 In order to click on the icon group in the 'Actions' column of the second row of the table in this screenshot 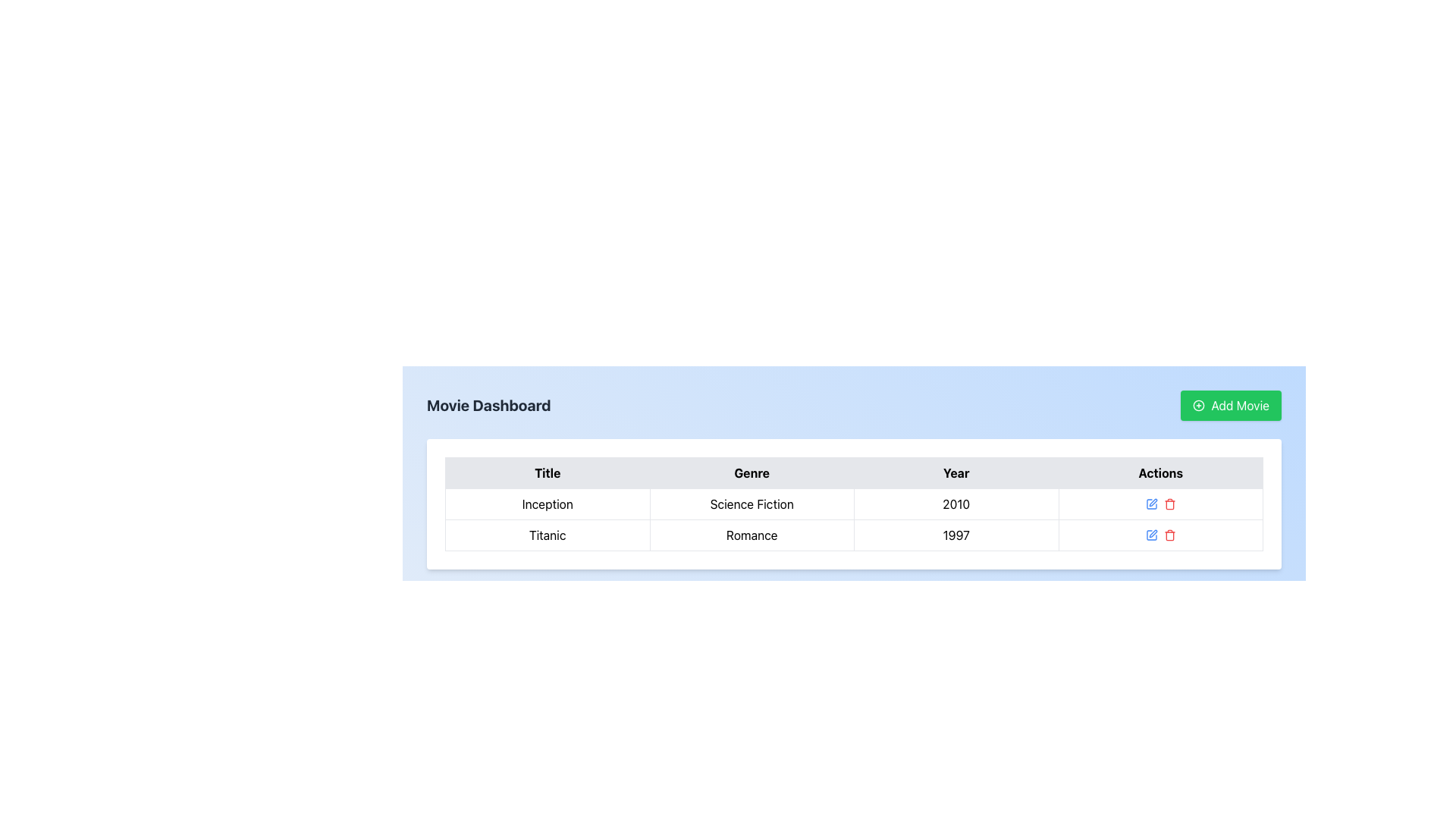, I will do `click(1159, 534)`.